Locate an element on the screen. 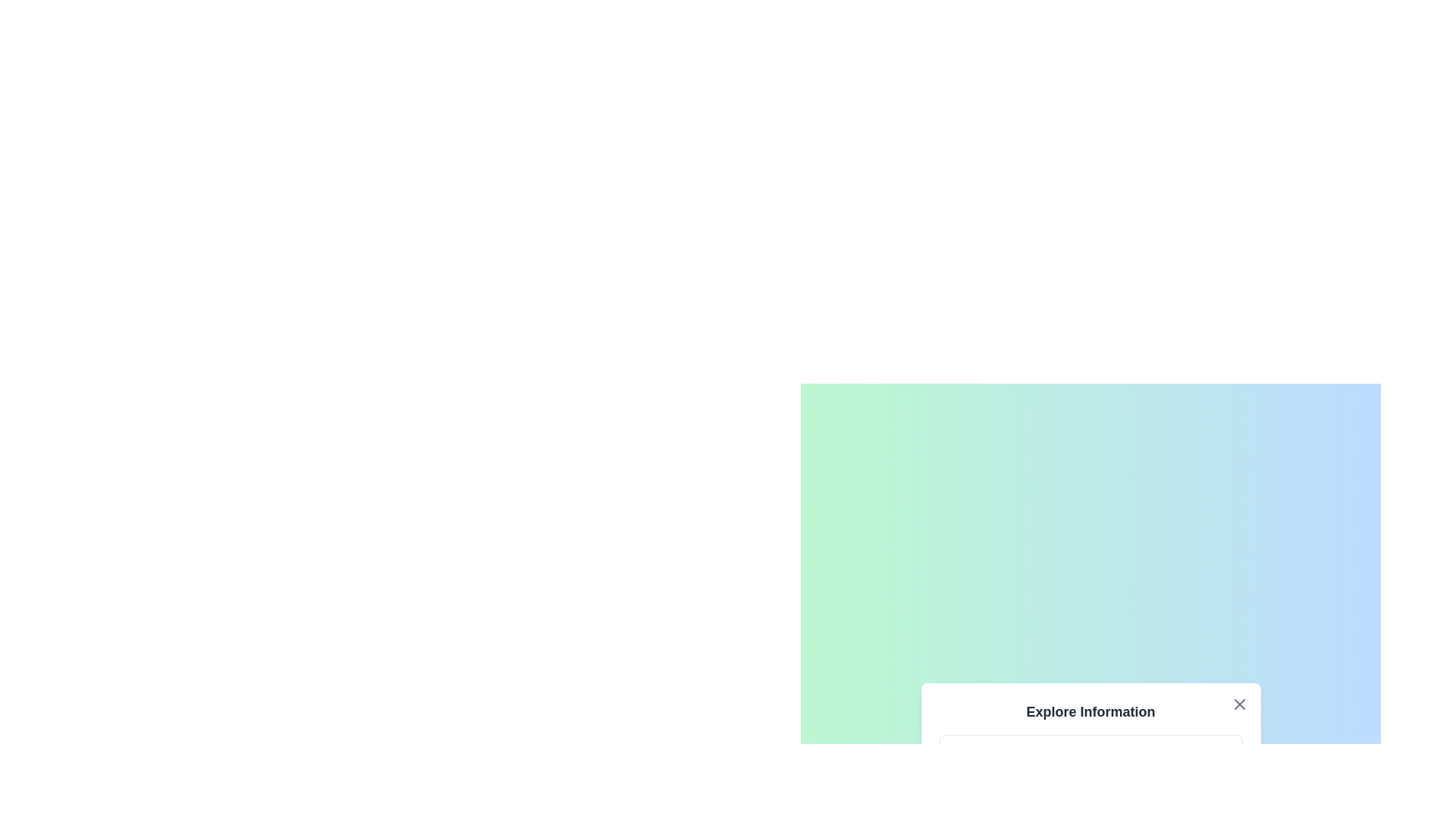  the close button to close the dialog is located at coordinates (1239, 704).